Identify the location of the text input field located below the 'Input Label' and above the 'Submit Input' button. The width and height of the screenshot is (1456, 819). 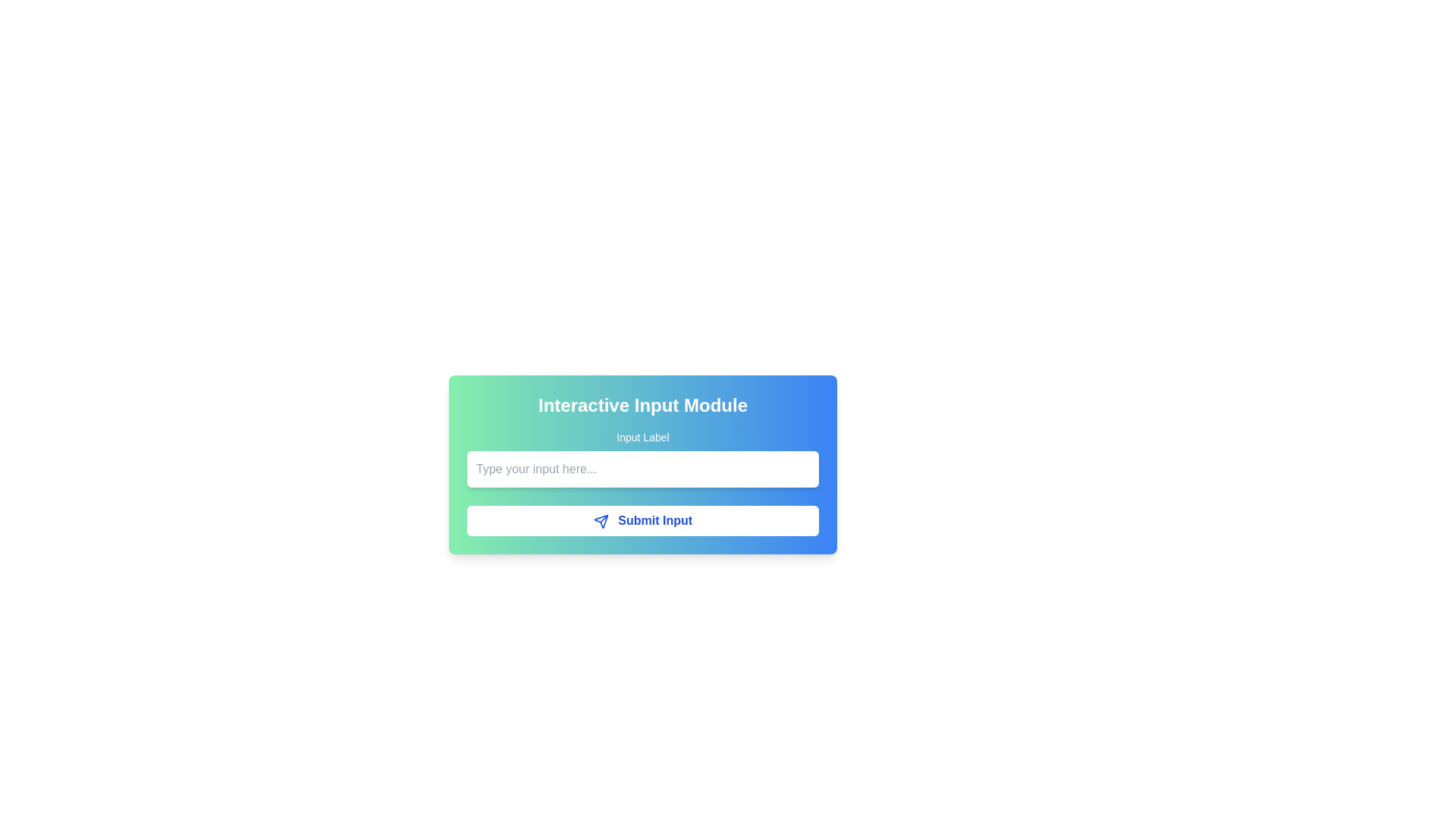
(643, 468).